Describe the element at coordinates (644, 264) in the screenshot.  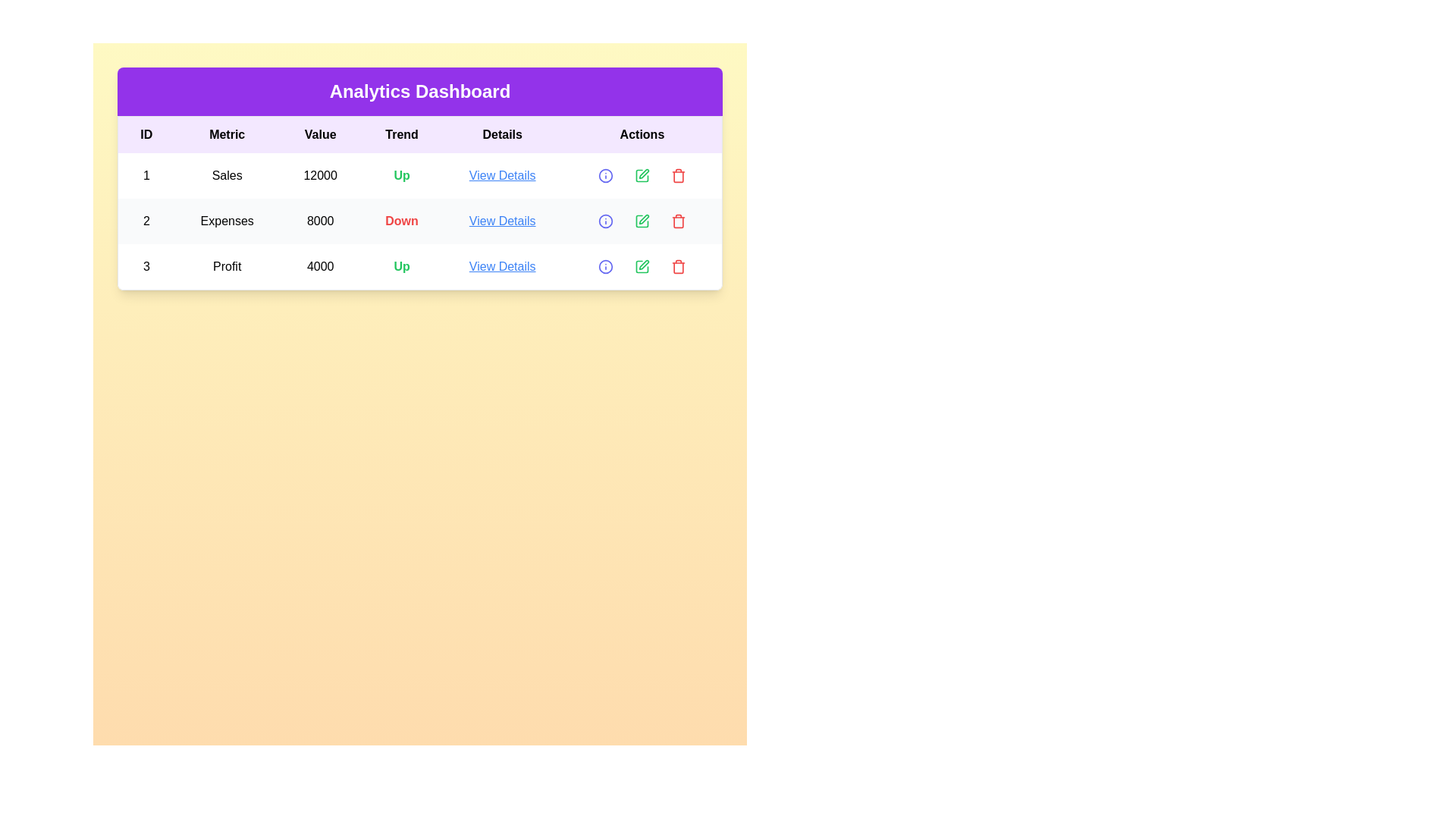
I see `the 'Edit' icon in the 'Actions' column of the table, located in the third row corresponding to the 'Profit' entry, to initiate editing` at that location.